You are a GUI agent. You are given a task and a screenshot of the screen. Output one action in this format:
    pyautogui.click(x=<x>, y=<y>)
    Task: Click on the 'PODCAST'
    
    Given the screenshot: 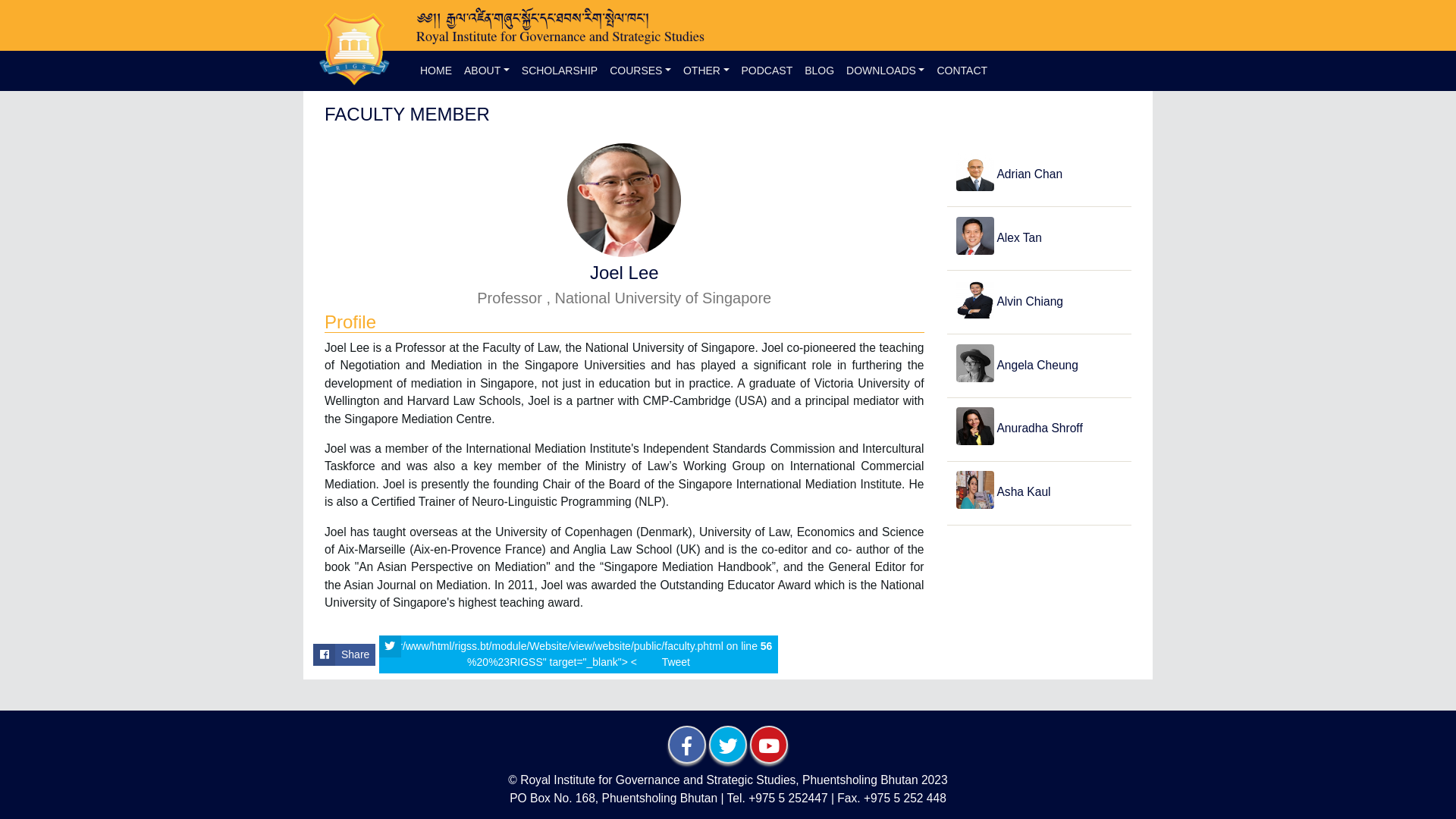 What is the action you would take?
    pyautogui.click(x=767, y=71)
    